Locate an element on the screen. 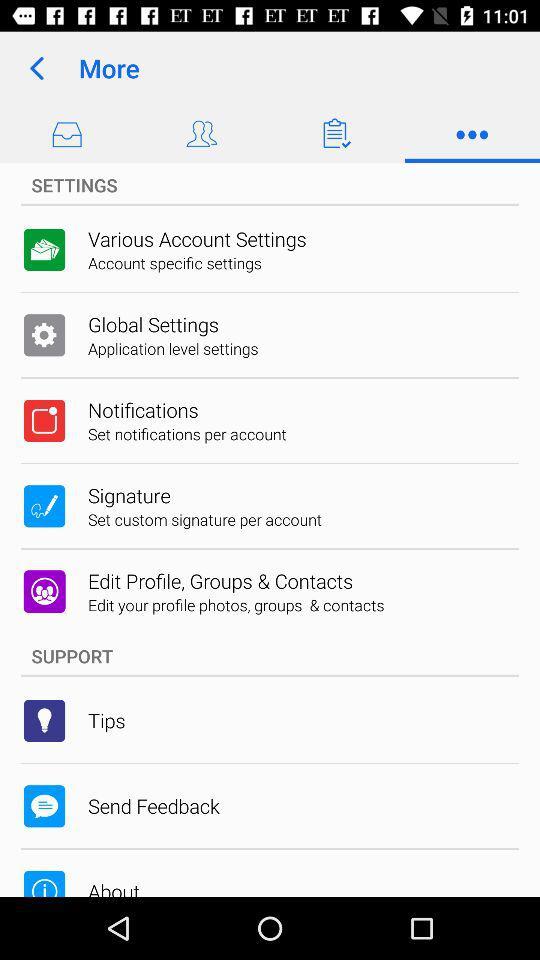 Image resolution: width=540 pixels, height=960 pixels. the item next to more item is located at coordinates (36, 68).